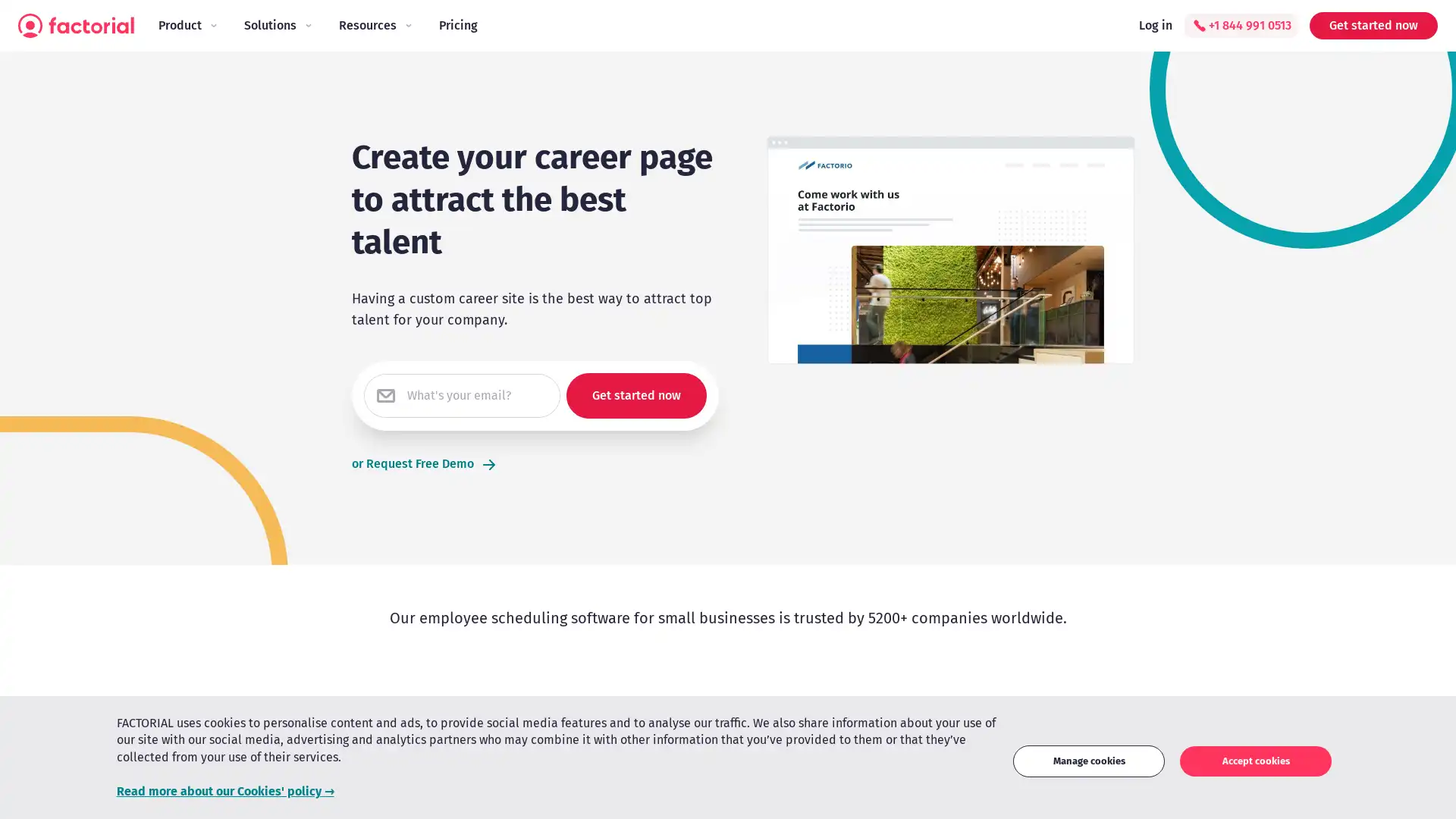  What do you see at coordinates (279, 26) in the screenshot?
I see `Solutions` at bounding box center [279, 26].